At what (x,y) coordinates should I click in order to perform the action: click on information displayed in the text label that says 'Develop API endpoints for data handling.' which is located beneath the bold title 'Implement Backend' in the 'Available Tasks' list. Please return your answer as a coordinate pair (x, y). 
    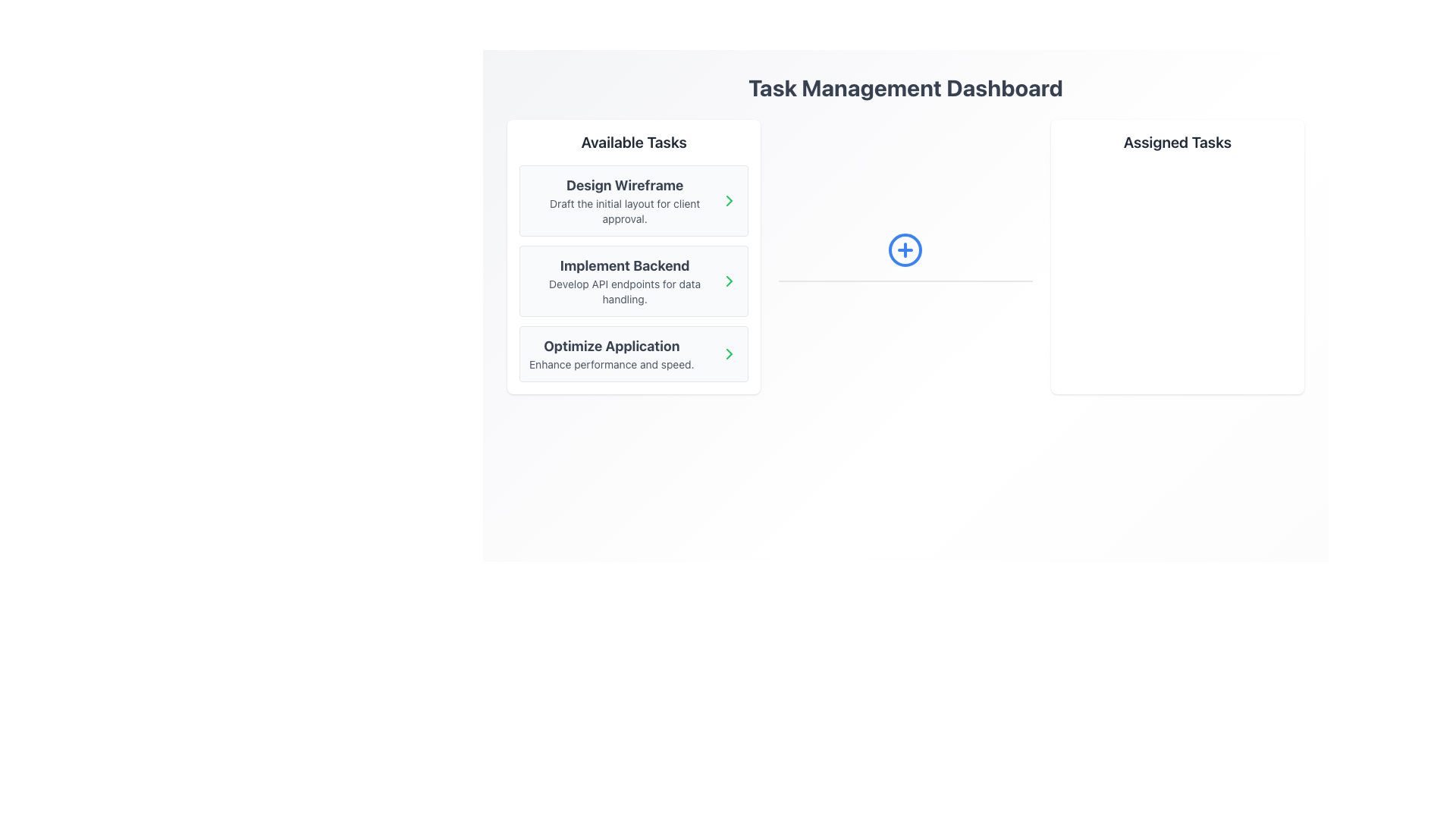
    Looking at the image, I should click on (625, 292).